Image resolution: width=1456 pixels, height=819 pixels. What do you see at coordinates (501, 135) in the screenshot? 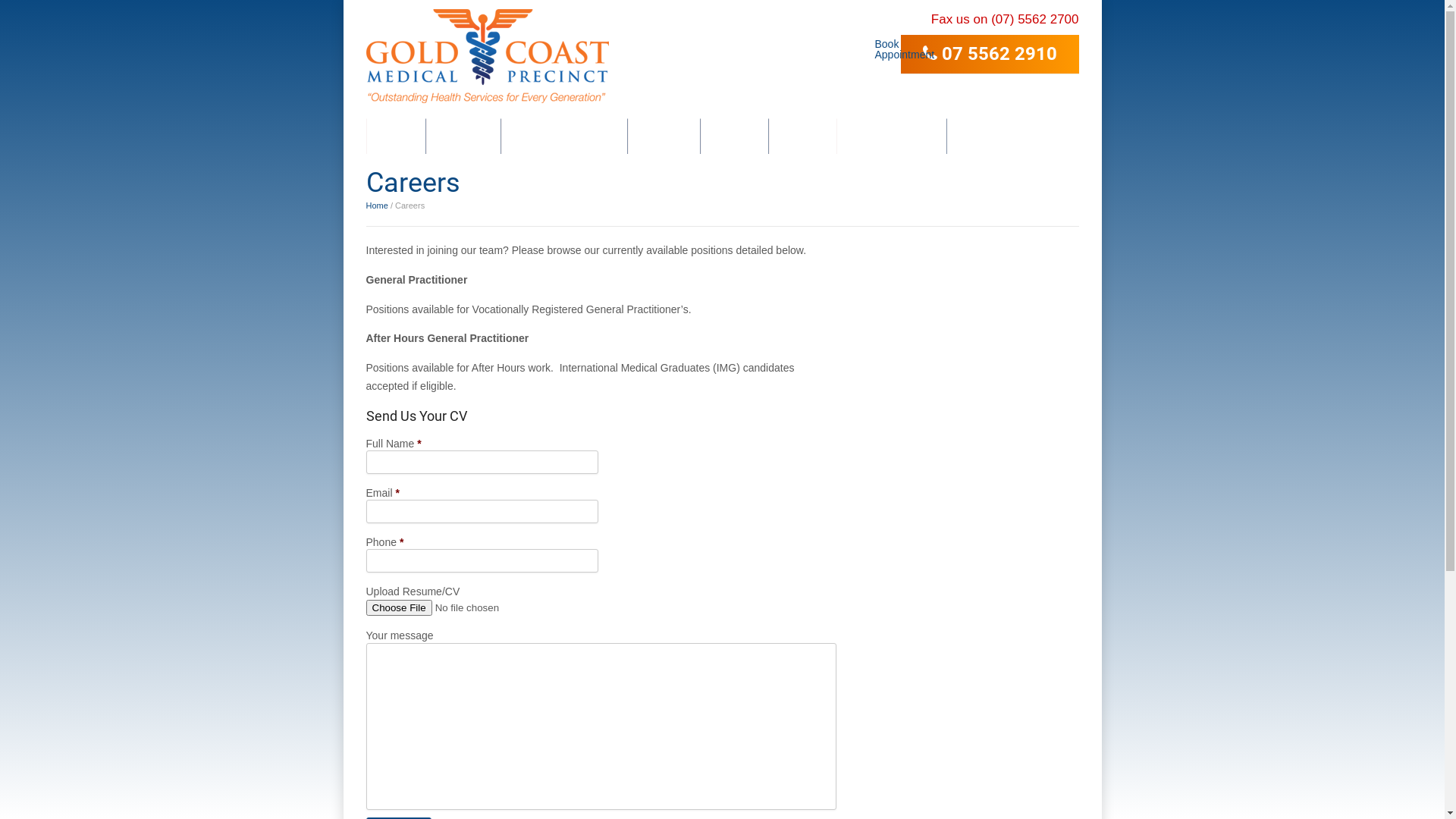
I see `'Practice Information'` at bounding box center [501, 135].